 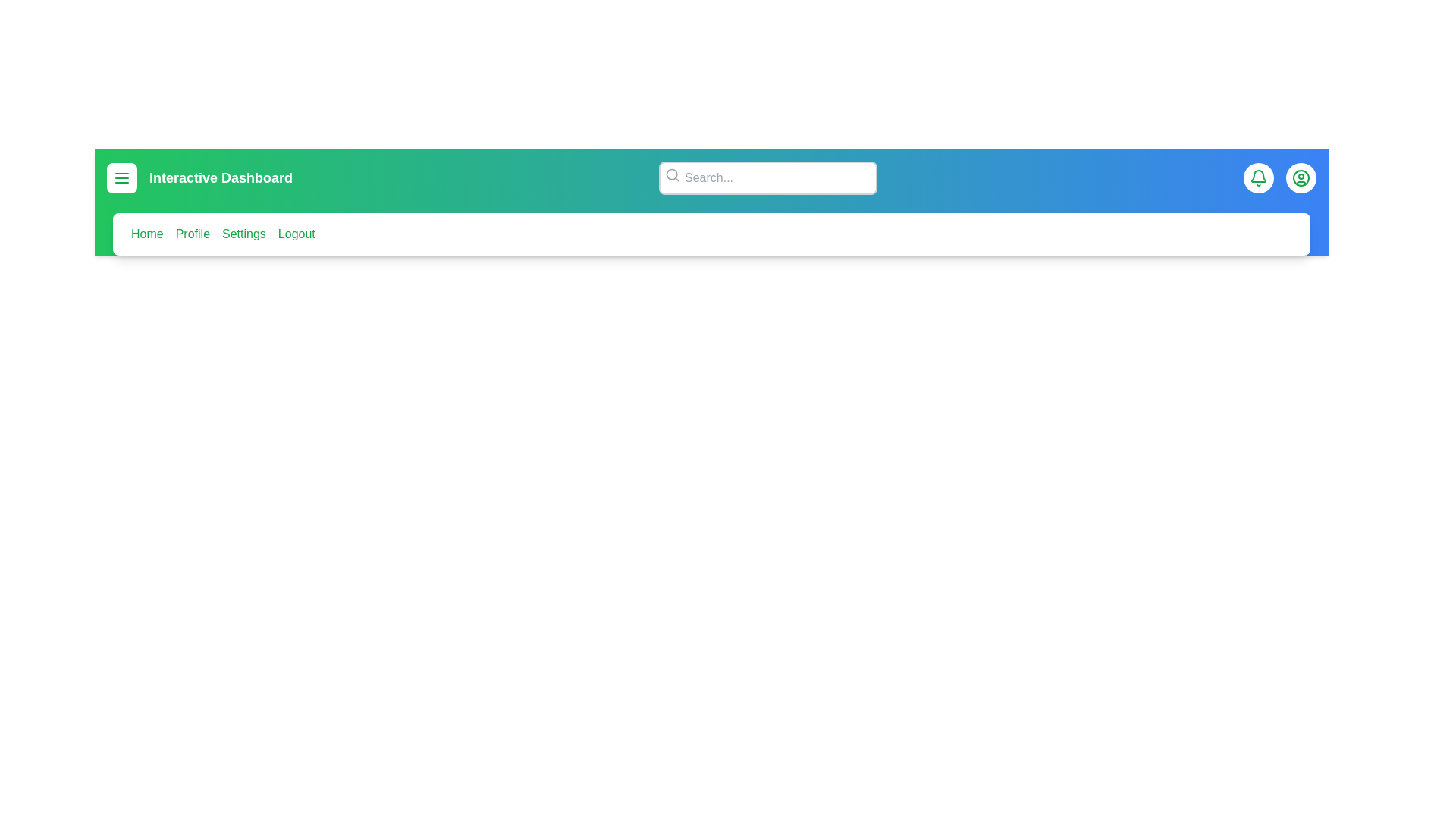 What do you see at coordinates (296, 234) in the screenshot?
I see `the menu item corresponding to Logout` at bounding box center [296, 234].